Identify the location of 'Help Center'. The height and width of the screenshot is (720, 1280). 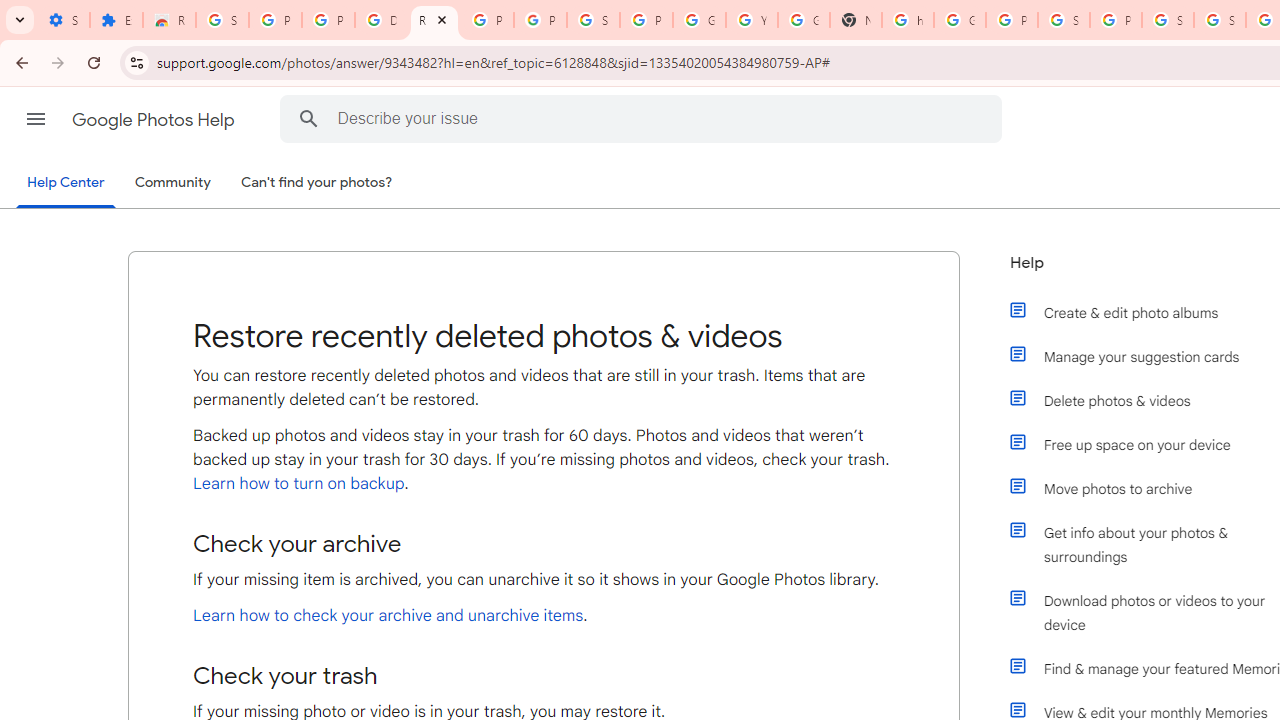
(65, 183).